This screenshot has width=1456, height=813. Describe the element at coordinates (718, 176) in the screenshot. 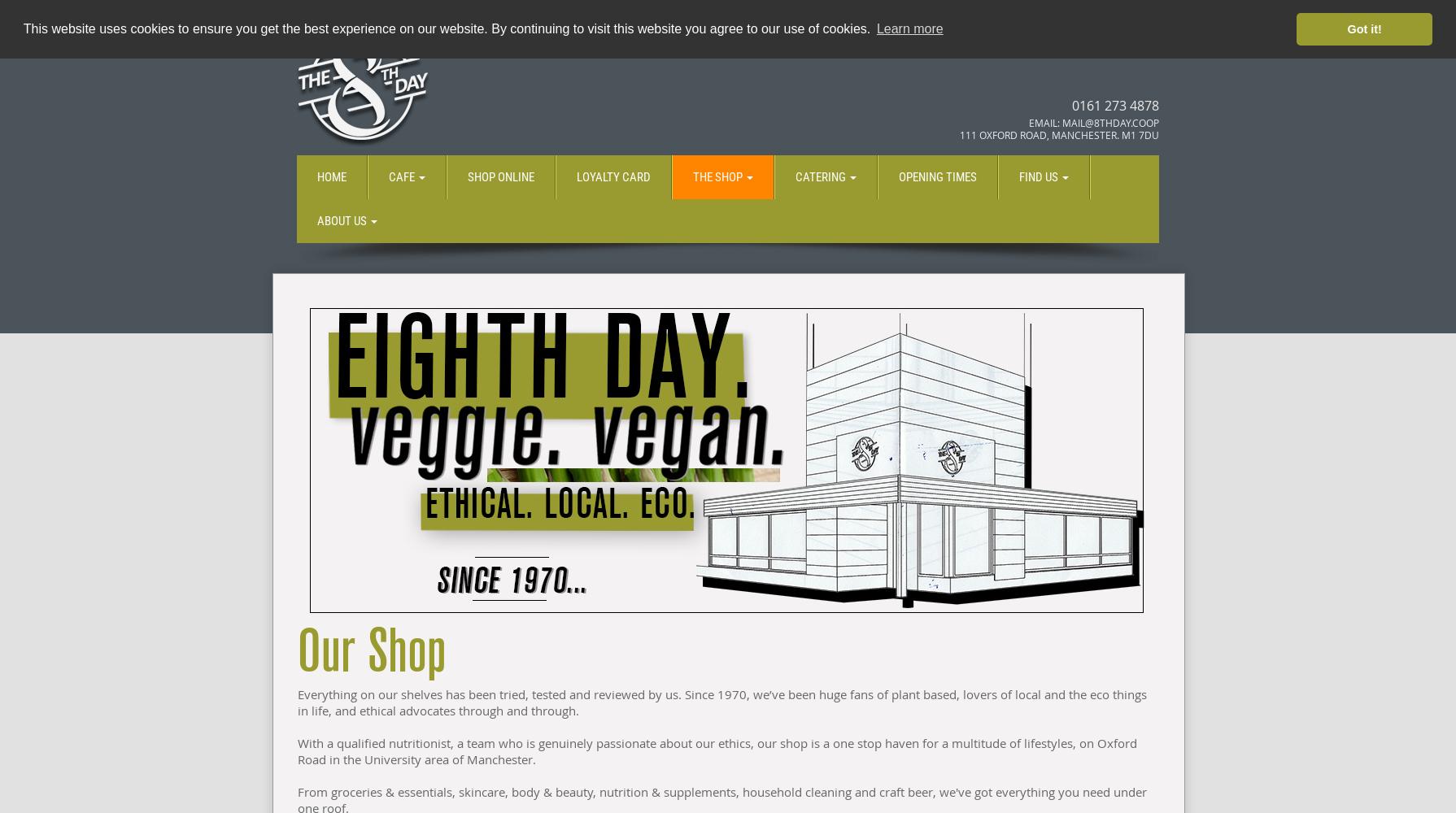

I see `'The Shop'` at that location.